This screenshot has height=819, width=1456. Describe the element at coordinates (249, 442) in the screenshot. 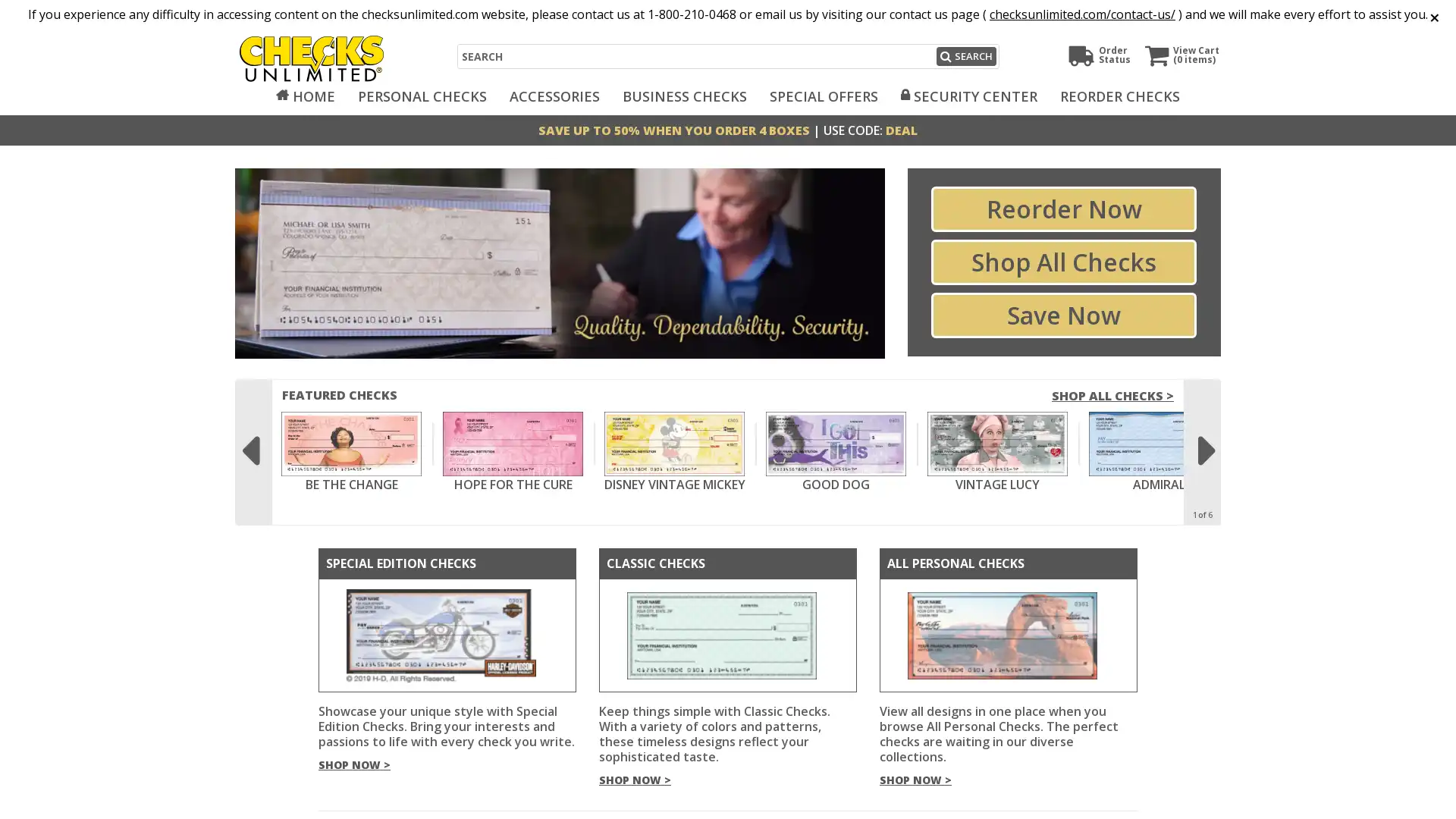

I see `Previous` at that location.